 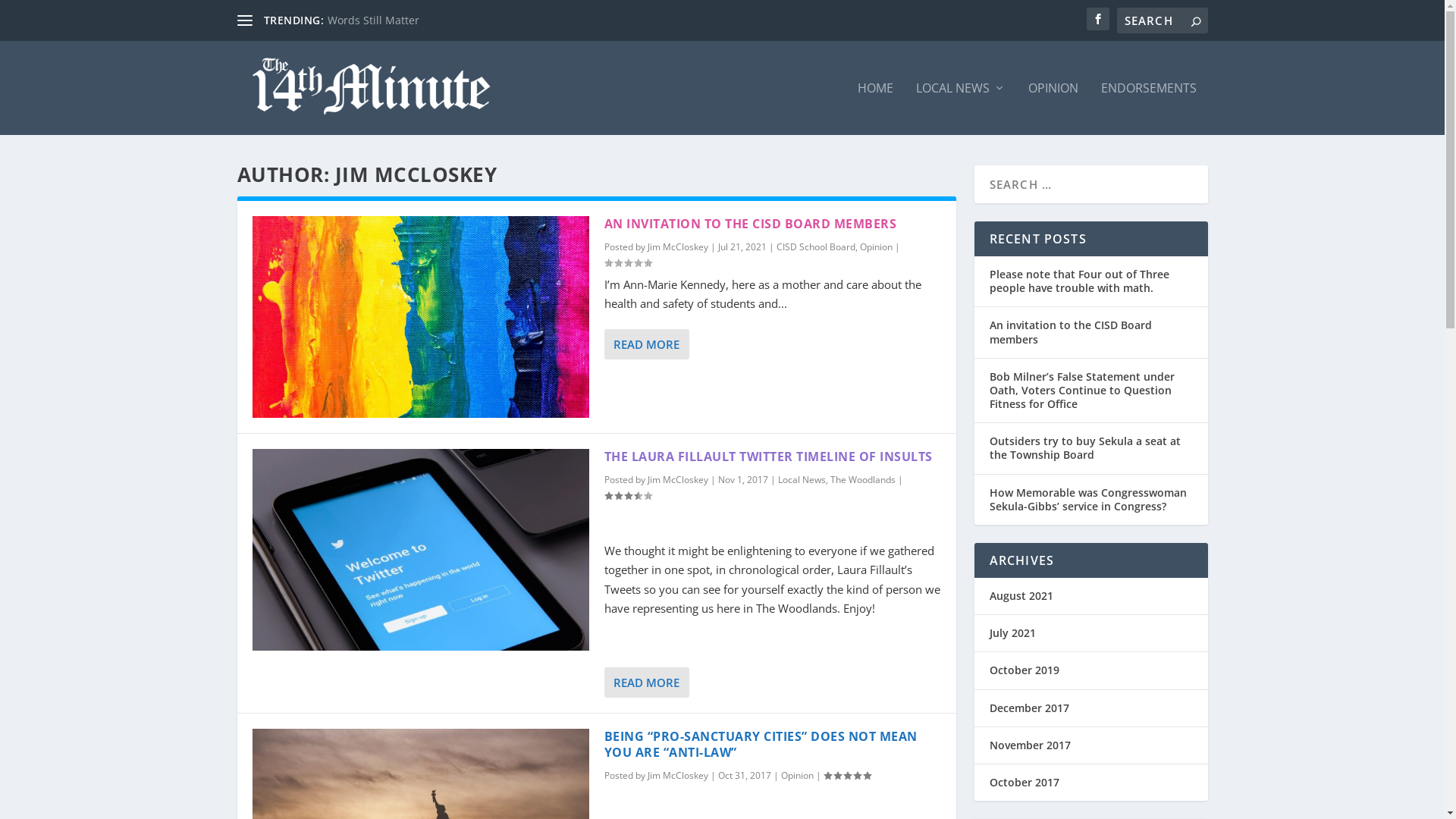 What do you see at coordinates (989, 669) in the screenshot?
I see `'October 2019'` at bounding box center [989, 669].